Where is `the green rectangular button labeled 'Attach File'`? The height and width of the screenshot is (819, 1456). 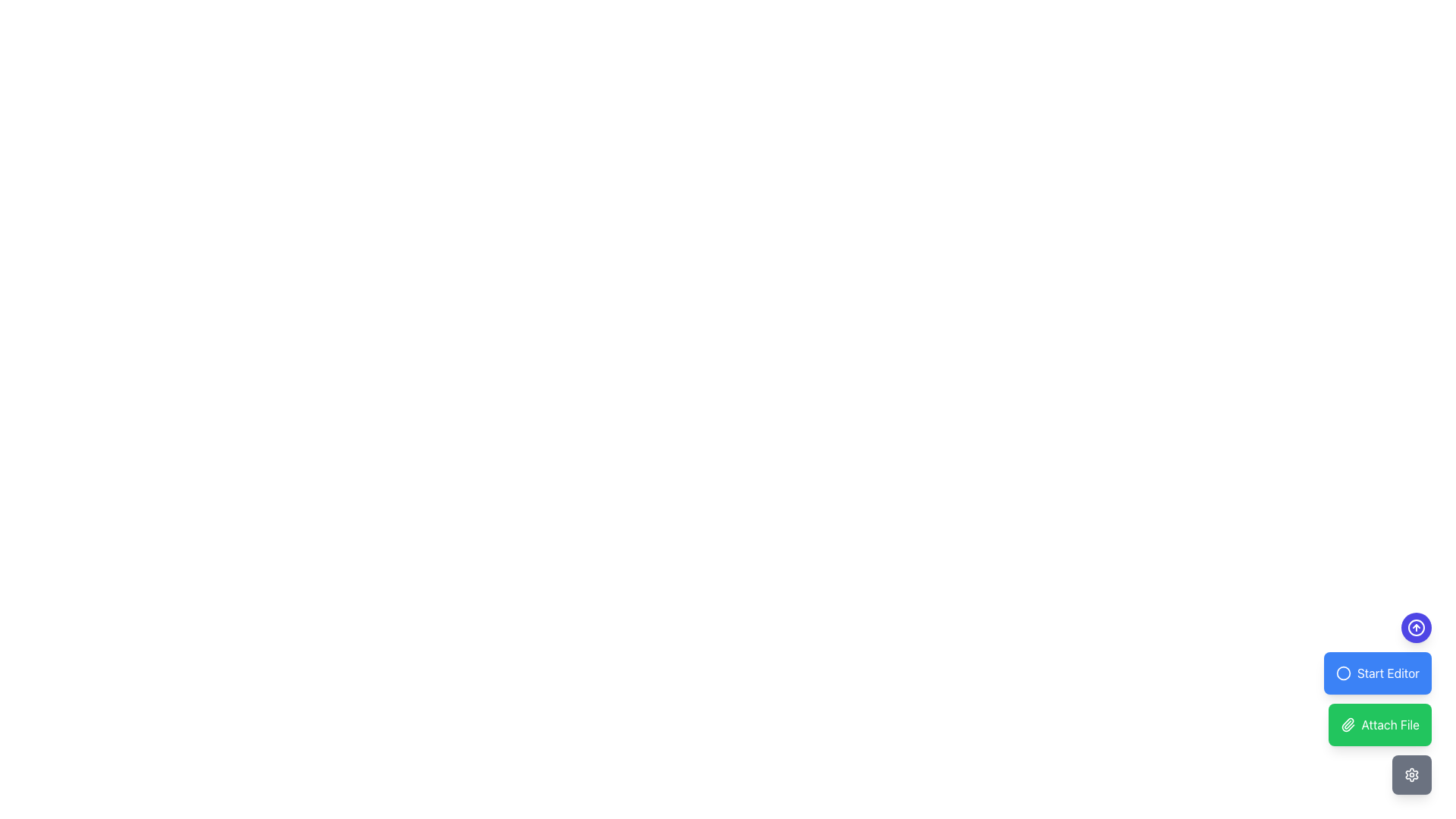
the green rectangular button labeled 'Attach File' is located at coordinates (1377, 704).